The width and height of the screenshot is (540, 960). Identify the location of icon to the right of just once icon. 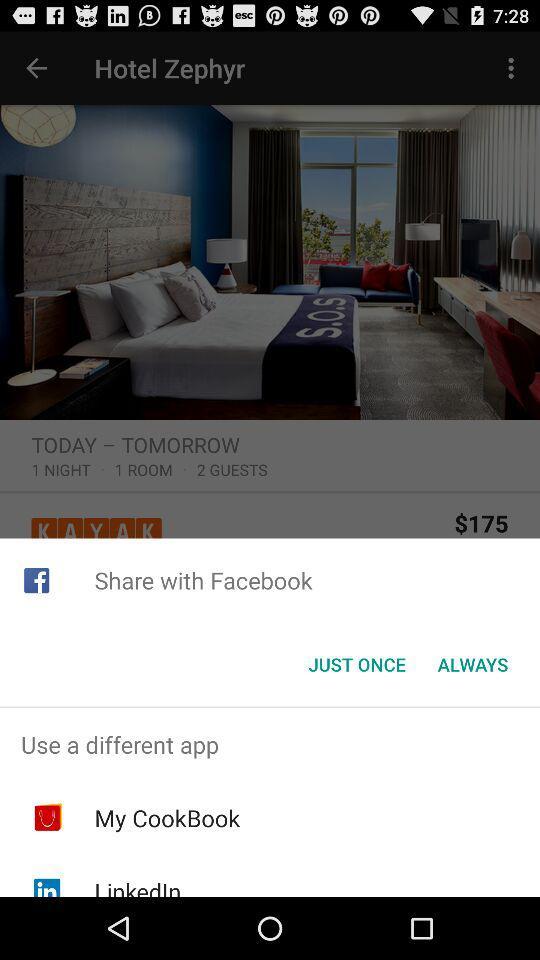
(472, 664).